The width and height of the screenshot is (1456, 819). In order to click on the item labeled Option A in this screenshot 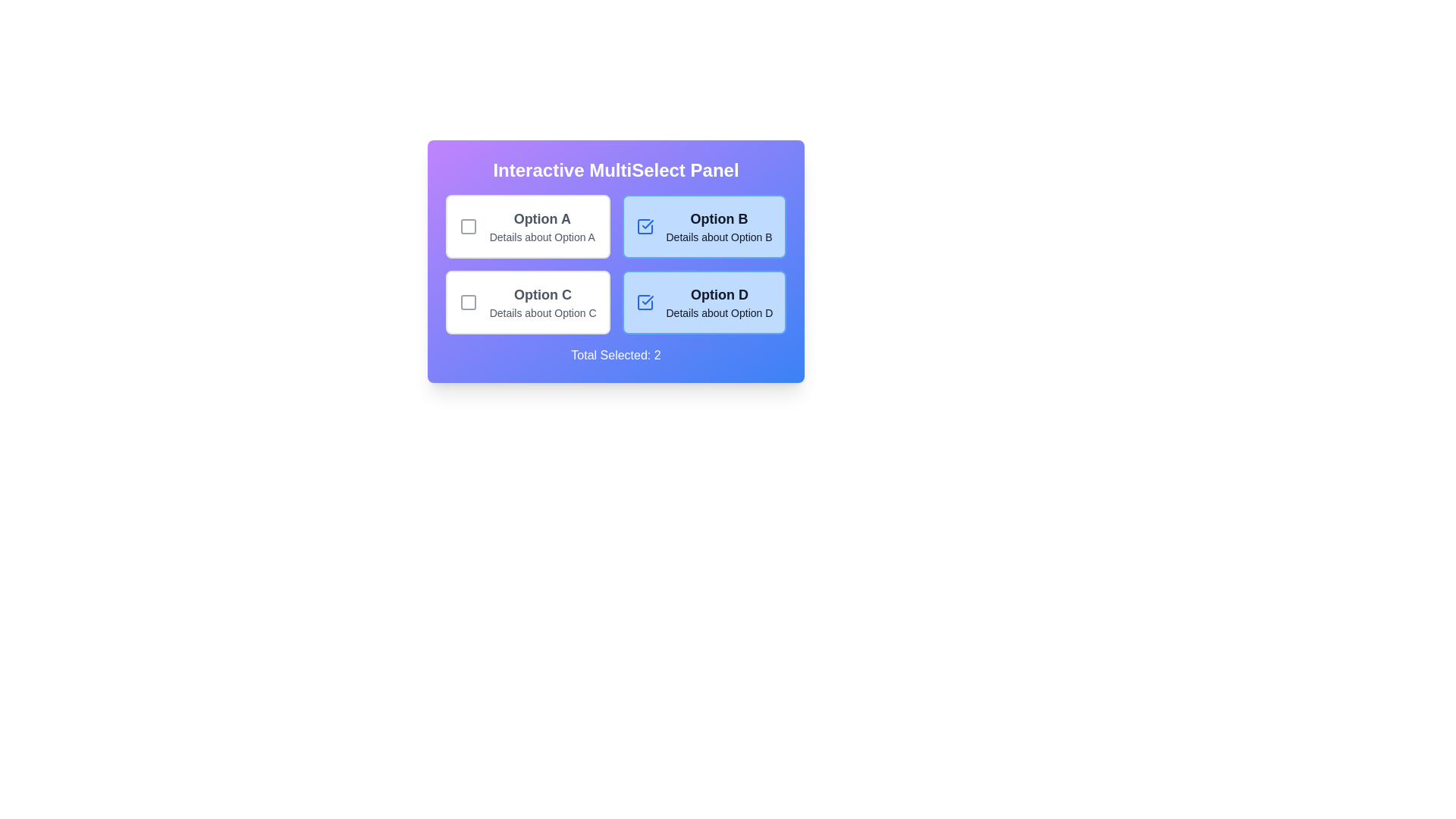, I will do `click(528, 227)`.